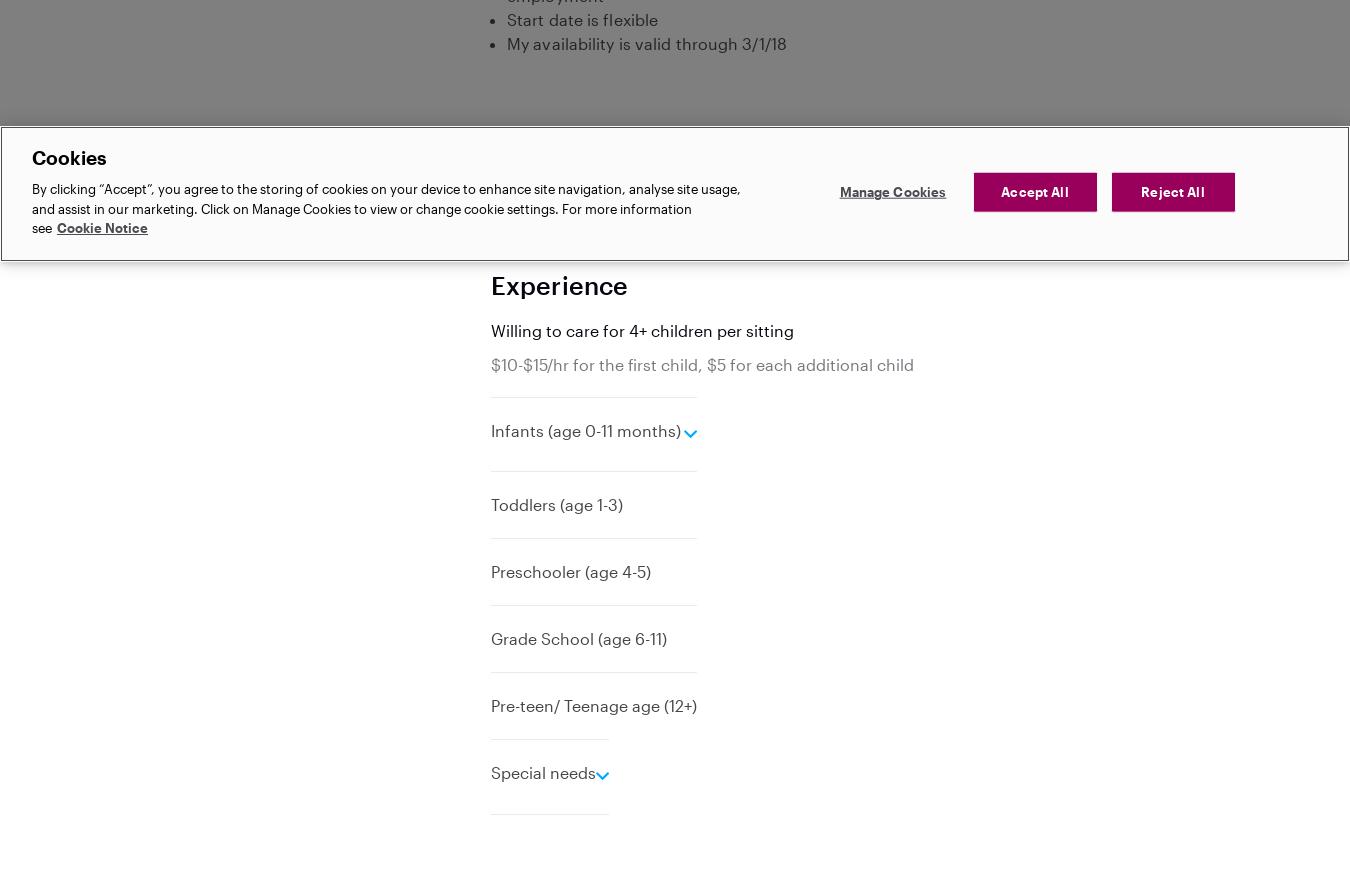  Describe the element at coordinates (558, 282) in the screenshot. I see `'Experience'` at that location.